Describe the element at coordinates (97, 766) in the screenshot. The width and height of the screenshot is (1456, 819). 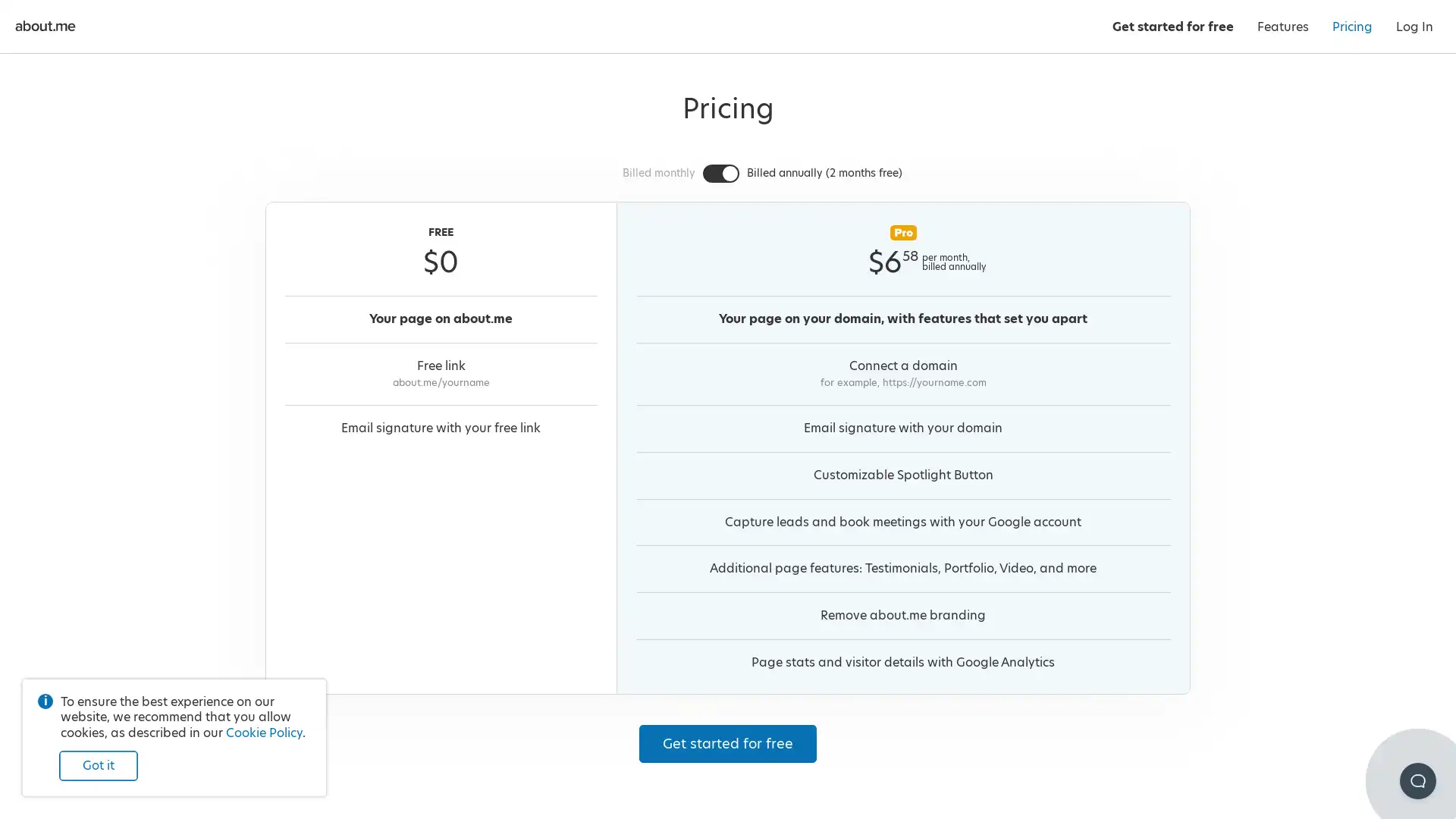
I see `Got it` at that location.